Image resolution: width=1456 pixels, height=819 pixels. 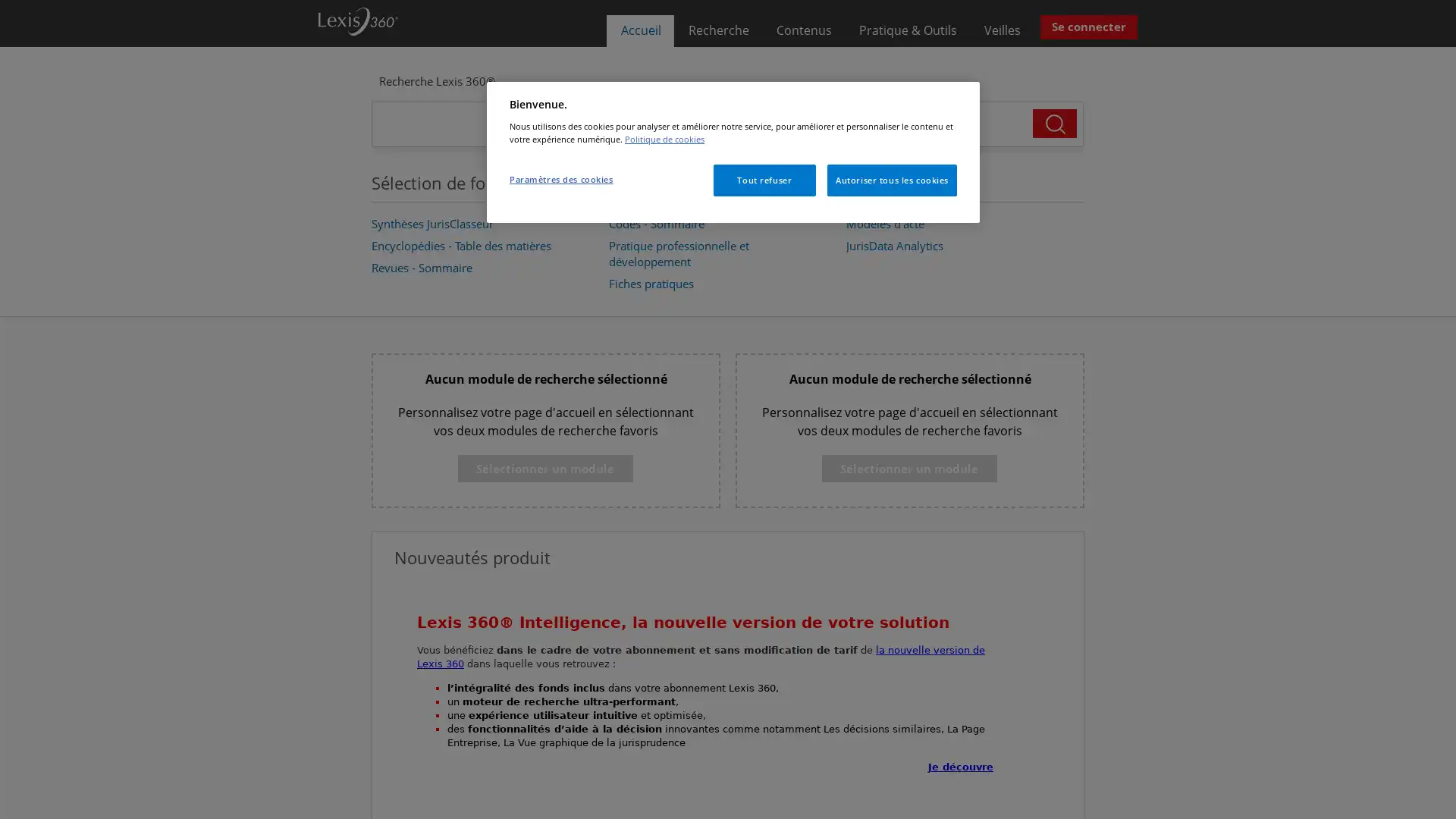 I want to click on Selectionner un module, so click(x=909, y=467).